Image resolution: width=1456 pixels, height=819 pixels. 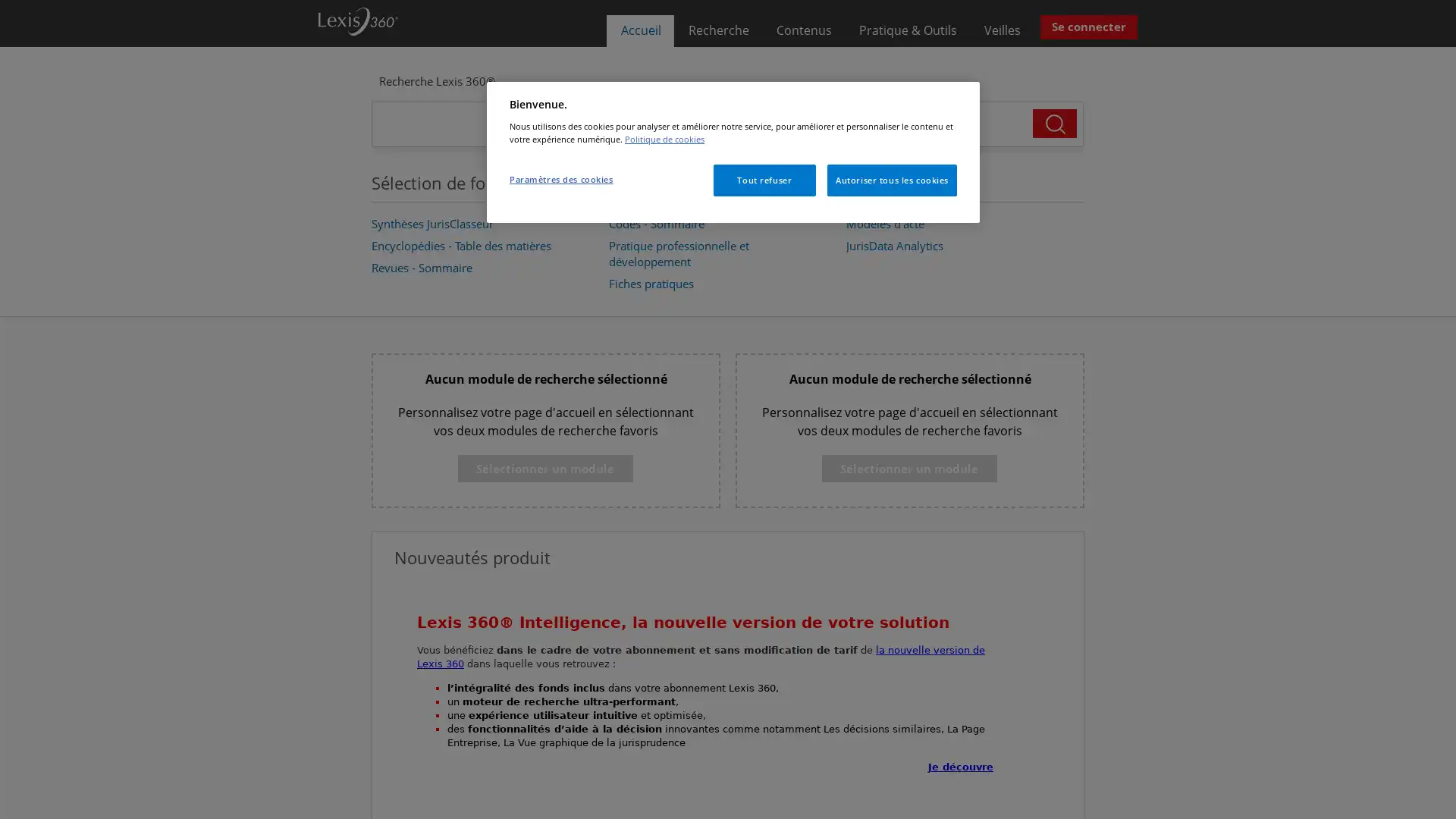 I want to click on Selectionner un module, so click(x=909, y=467).